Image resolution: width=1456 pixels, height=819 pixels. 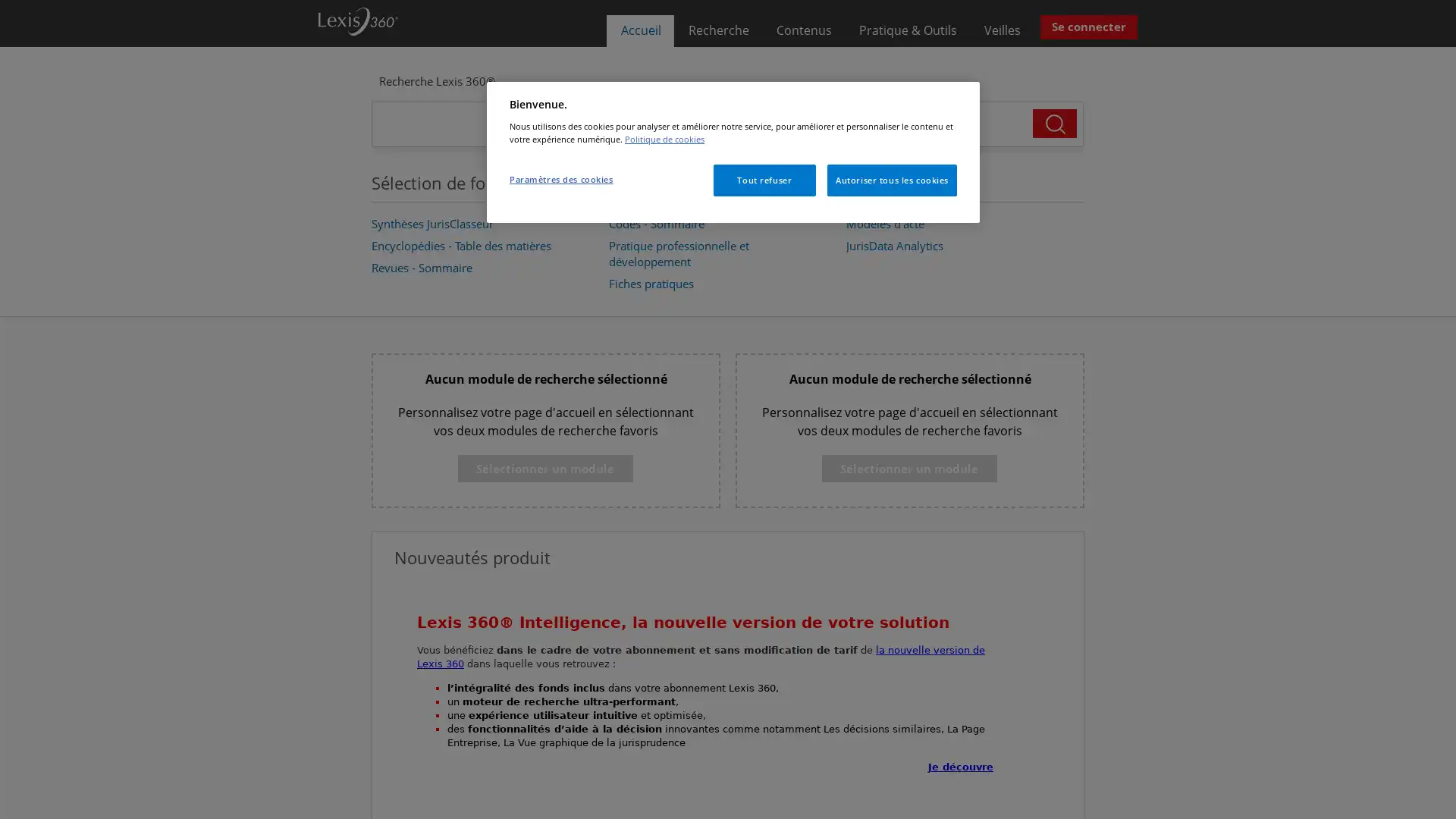 I want to click on Selectionner un module, so click(x=909, y=467).